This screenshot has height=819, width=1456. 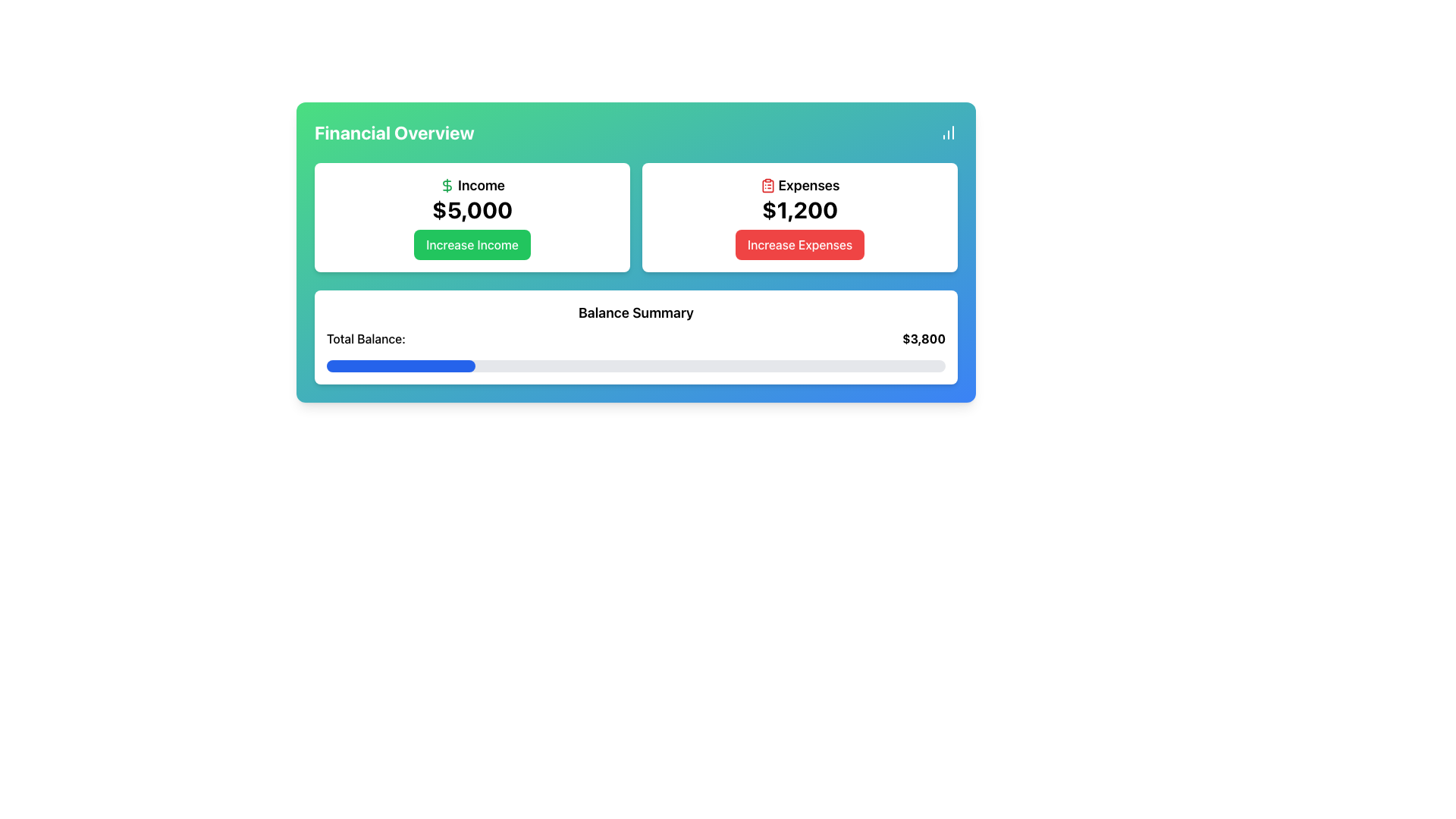 What do you see at coordinates (472, 244) in the screenshot?
I see `the 'Increase Income' button with a green background and white text located in the 'Income' section of the financial overview card to observe the hover effect` at bounding box center [472, 244].